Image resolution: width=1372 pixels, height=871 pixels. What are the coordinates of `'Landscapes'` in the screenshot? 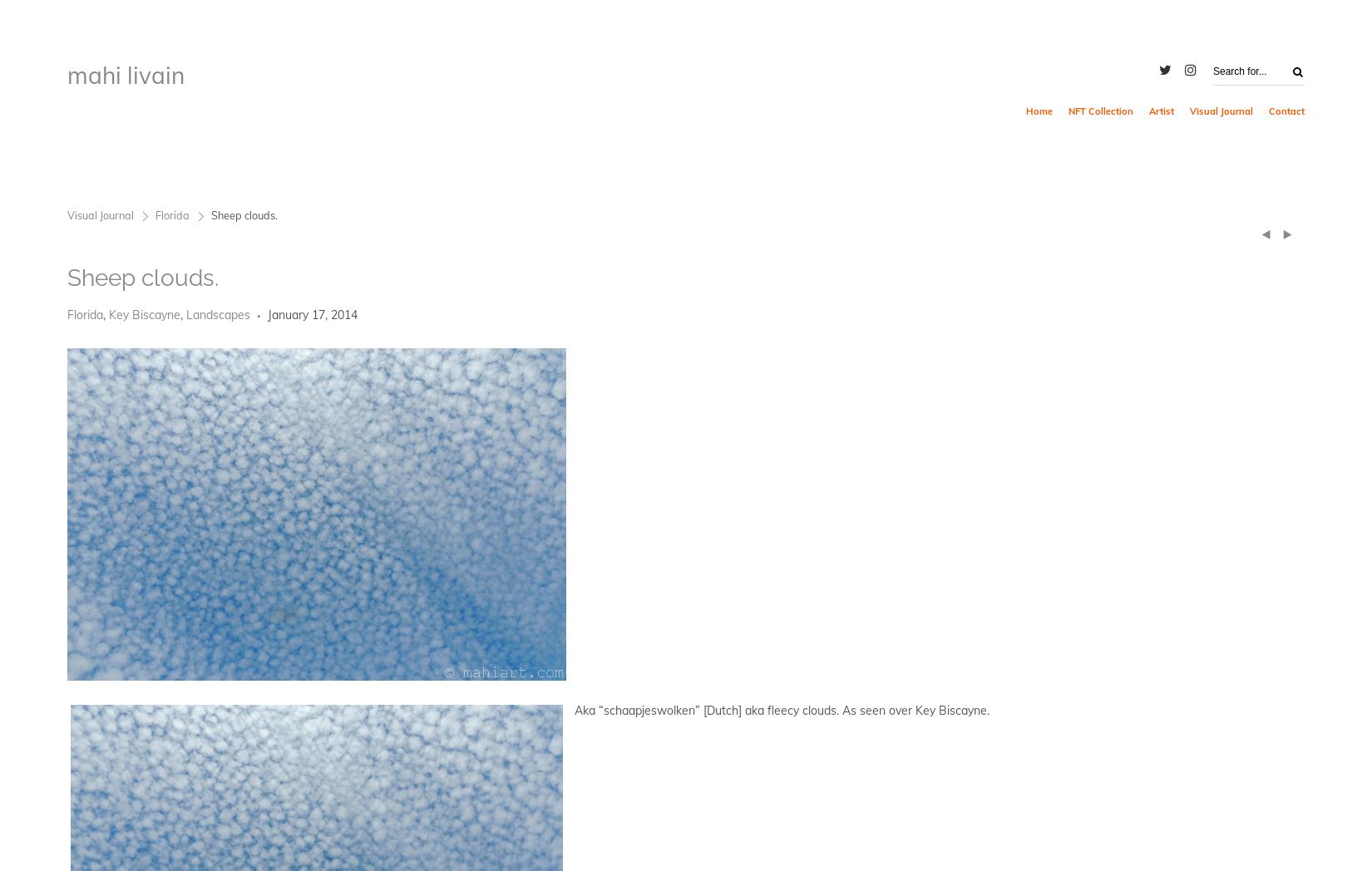 It's located at (218, 313).